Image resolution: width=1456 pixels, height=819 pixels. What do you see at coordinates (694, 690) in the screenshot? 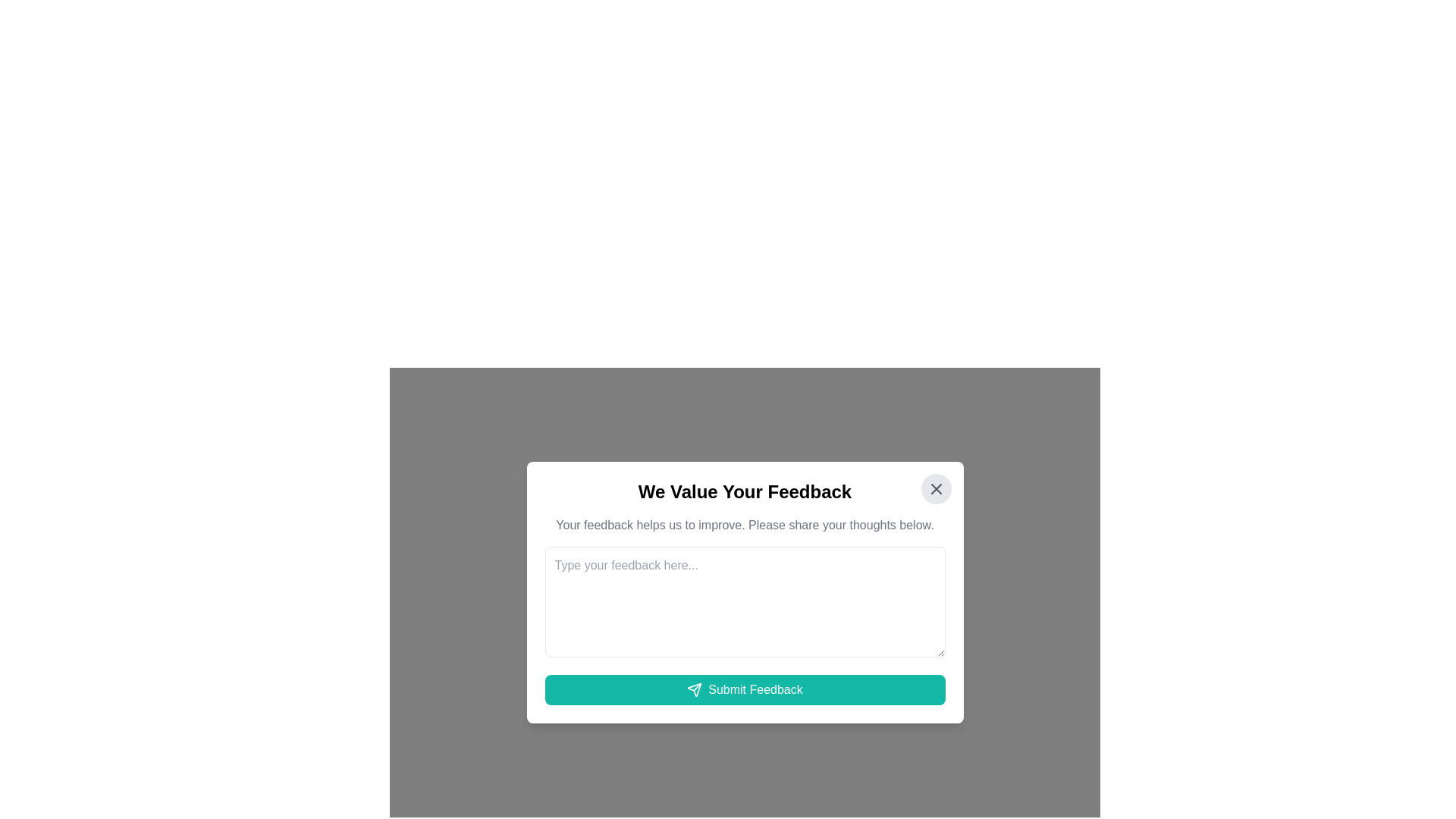
I see `SVG properties of the decorative icon within the 'Submit Feedback' button located at the bottom center of the 'We Value Your Feedback' modal dialog box` at bounding box center [694, 690].